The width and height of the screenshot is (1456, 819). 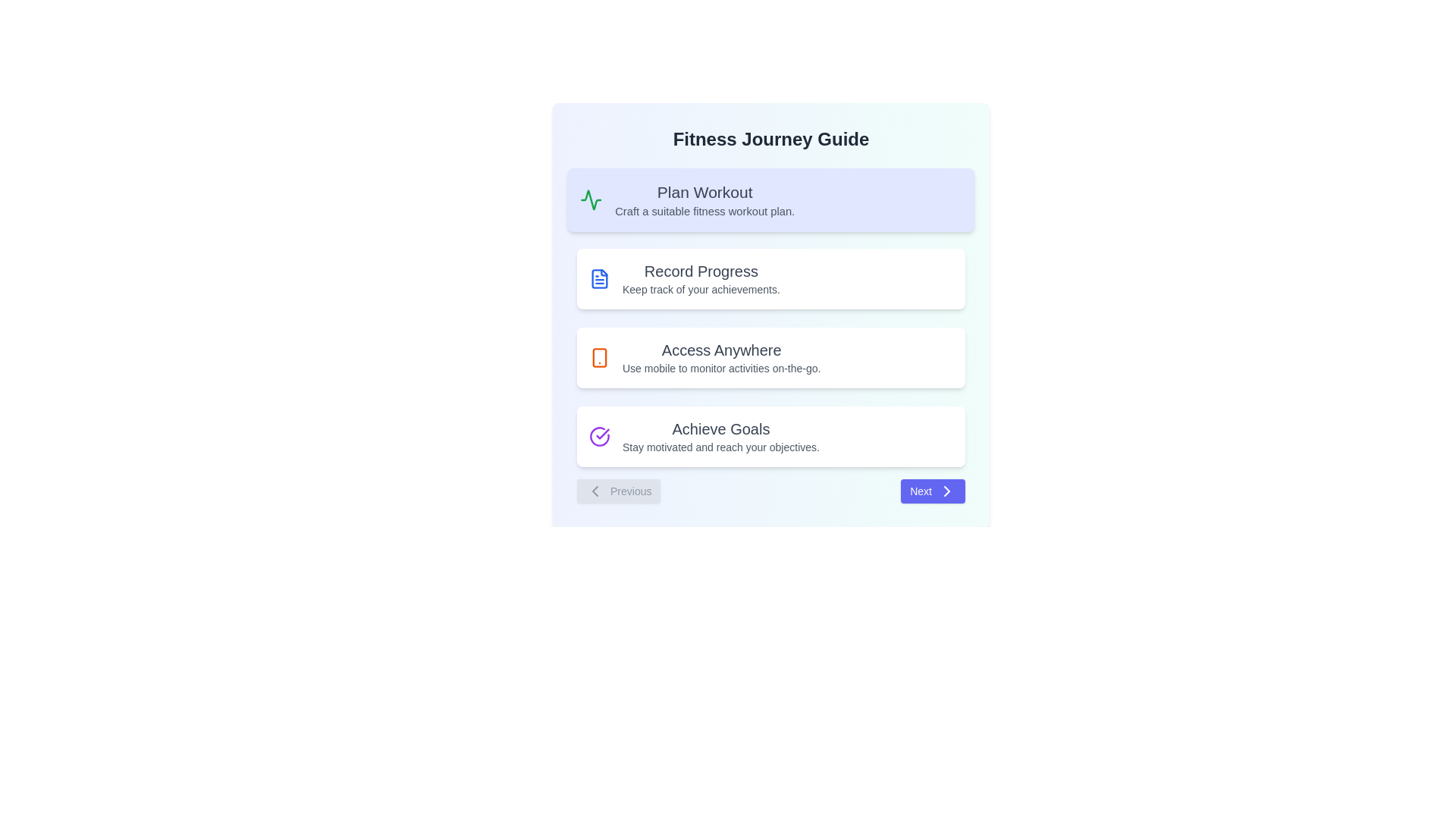 I want to click on the blue paper document icon located in the second row of icons within the panel, so click(x=599, y=278).